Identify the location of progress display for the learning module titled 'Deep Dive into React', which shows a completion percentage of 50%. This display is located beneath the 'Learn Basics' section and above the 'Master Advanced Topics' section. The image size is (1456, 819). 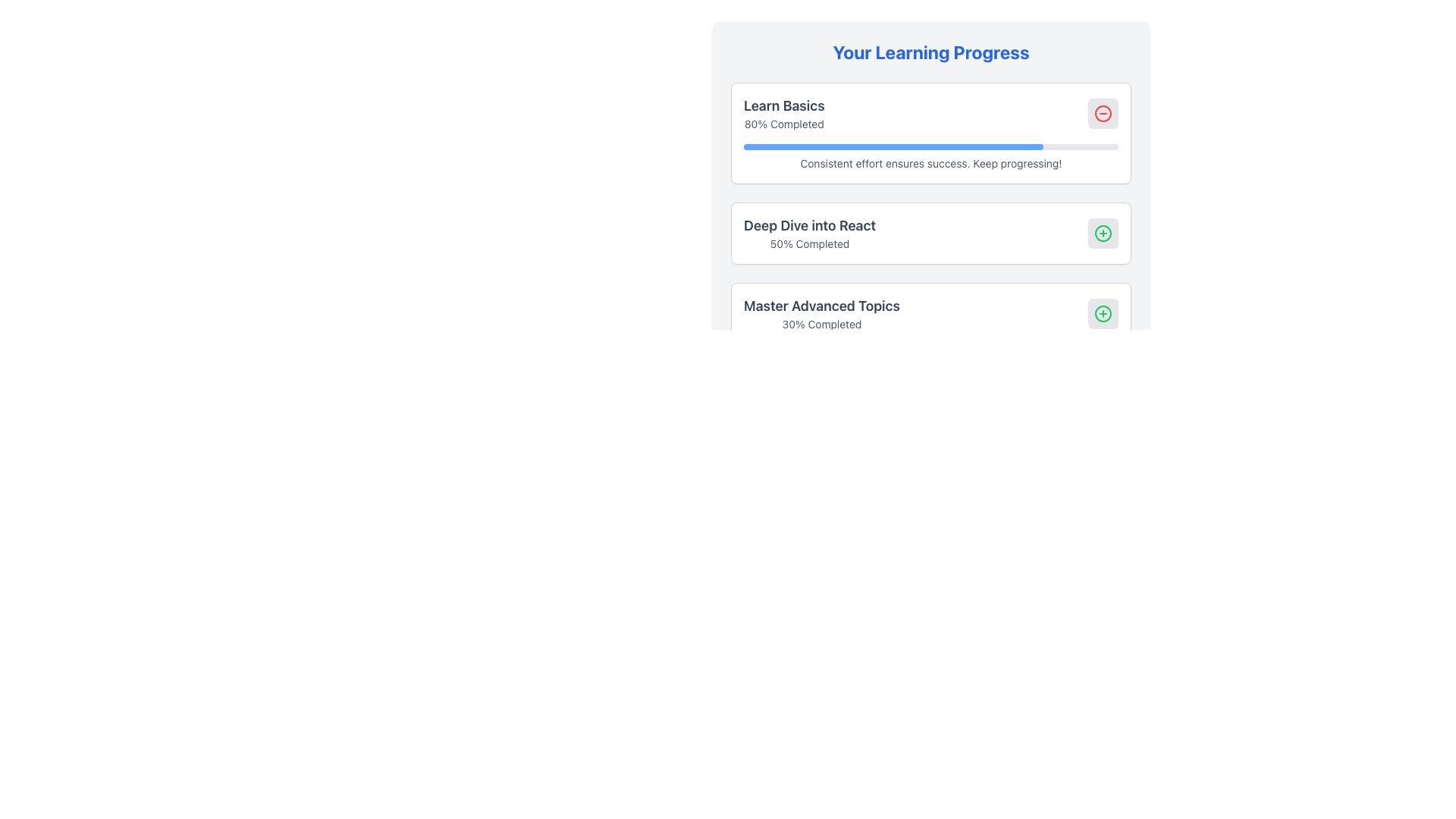
(809, 234).